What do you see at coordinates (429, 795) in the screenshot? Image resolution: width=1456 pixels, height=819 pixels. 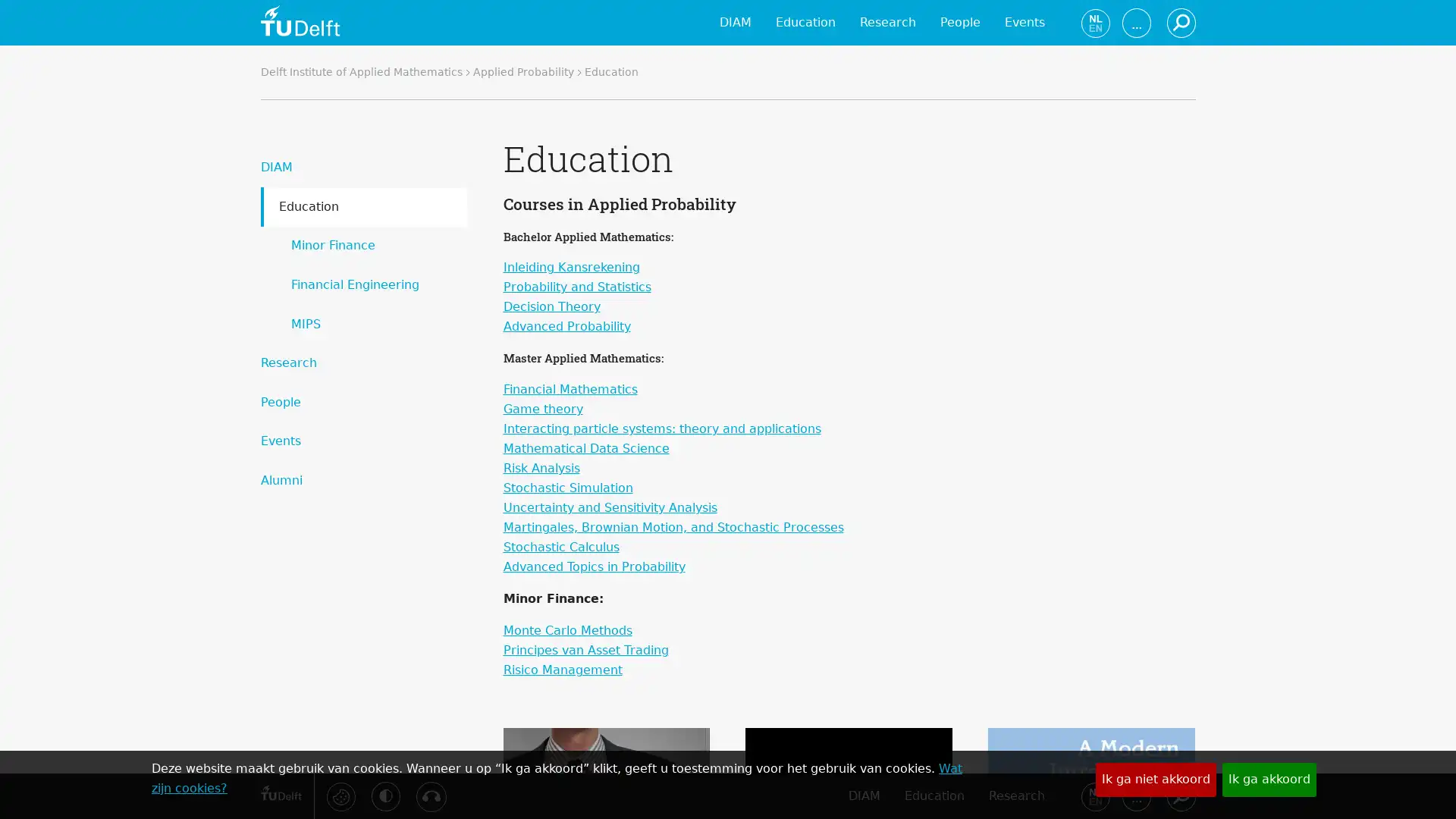 I see `Luister met de ReachDeck-werkbalk` at bounding box center [429, 795].